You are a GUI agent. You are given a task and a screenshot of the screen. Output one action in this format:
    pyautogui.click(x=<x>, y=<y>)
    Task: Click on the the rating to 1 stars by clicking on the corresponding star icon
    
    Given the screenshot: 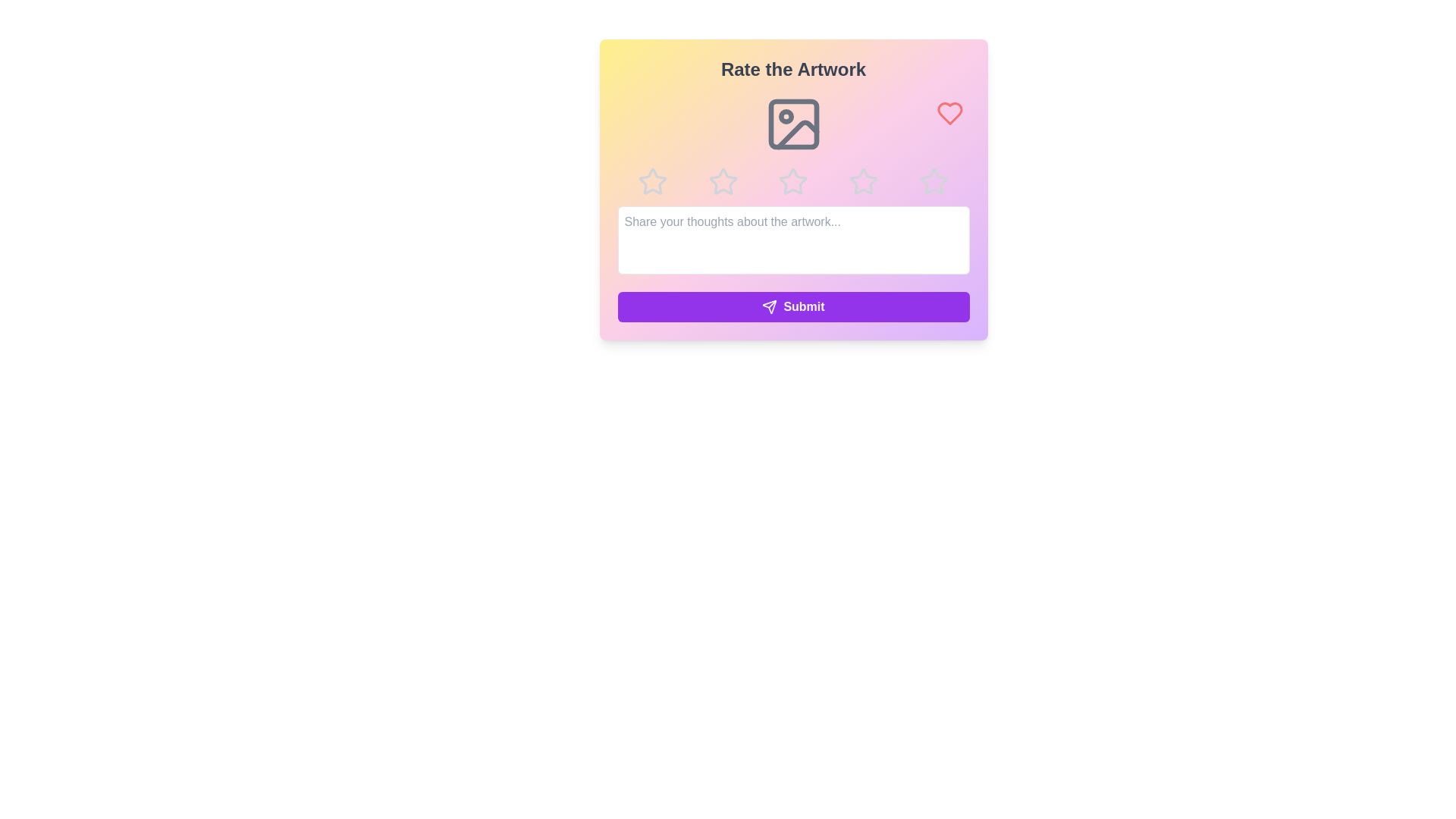 What is the action you would take?
    pyautogui.click(x=652, y=180)
    